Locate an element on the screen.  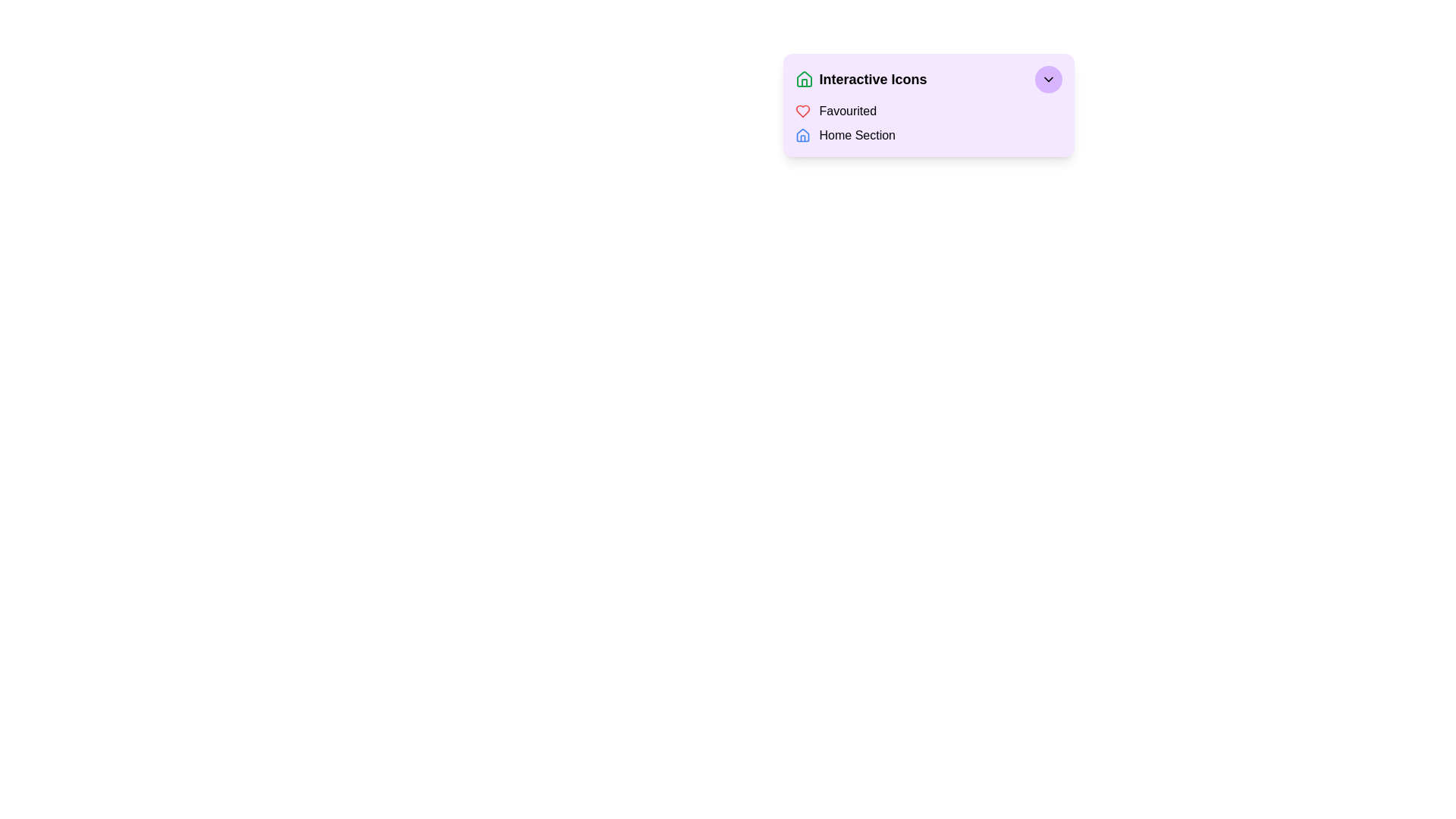
the text label reading 'Home Section', which is styled with bold black text on a light lavender background and is the third item in a vertical list of options is located at coordinates (857, 134).